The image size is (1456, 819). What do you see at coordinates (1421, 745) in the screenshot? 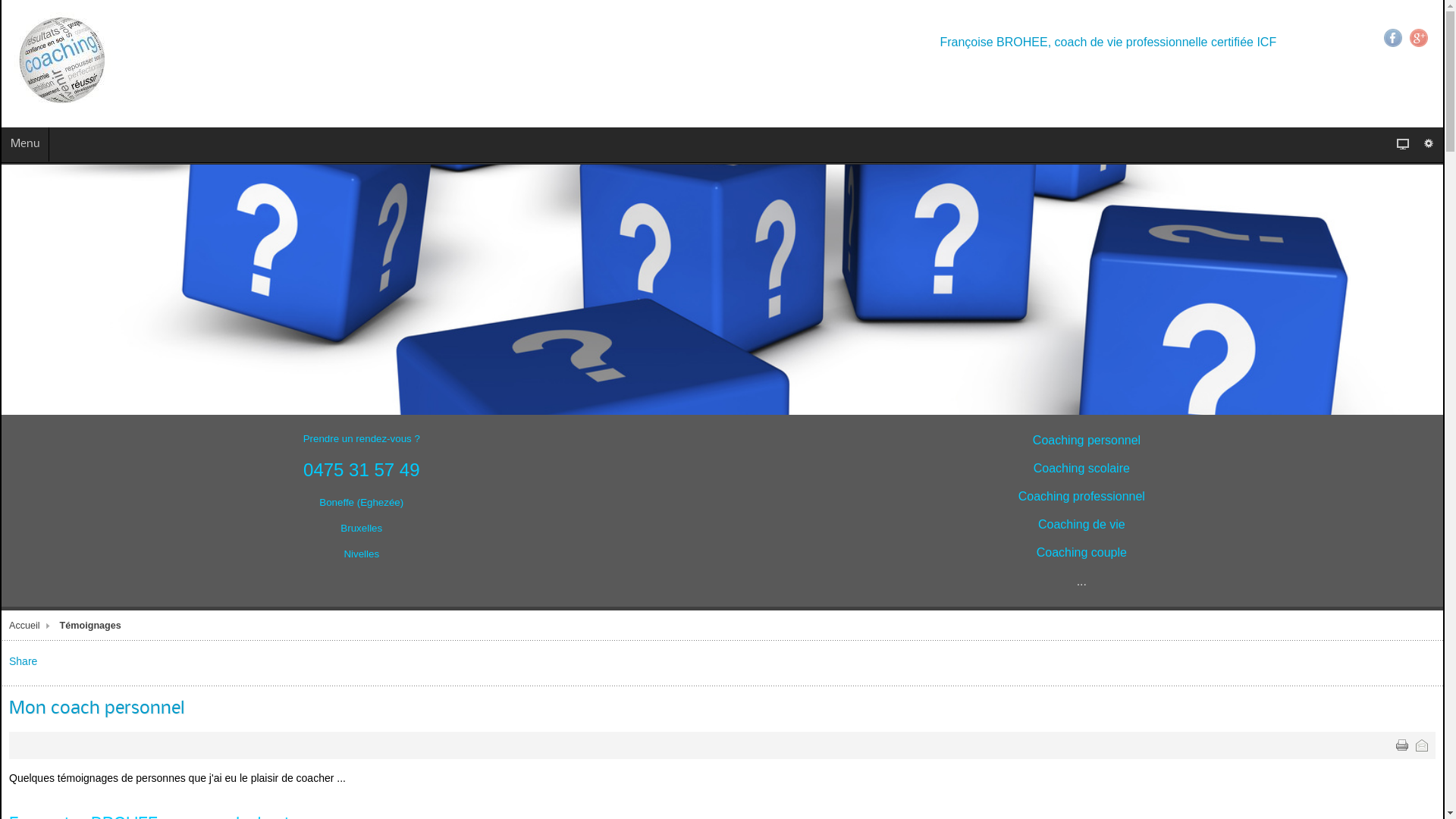
I see `'E-mail'` at bounding box center [1421, 745].